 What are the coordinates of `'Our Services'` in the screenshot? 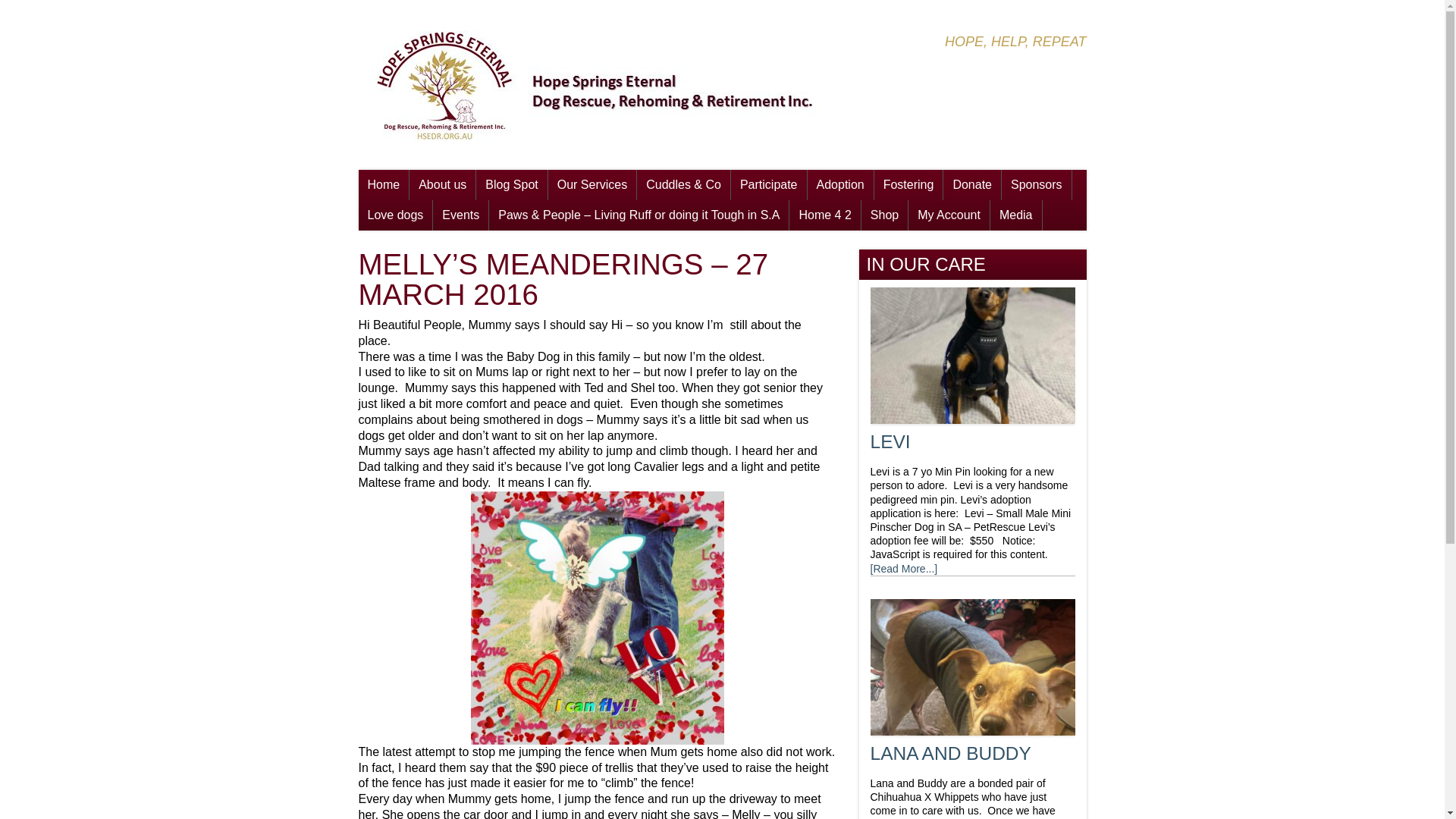 It's located at (591, 184).